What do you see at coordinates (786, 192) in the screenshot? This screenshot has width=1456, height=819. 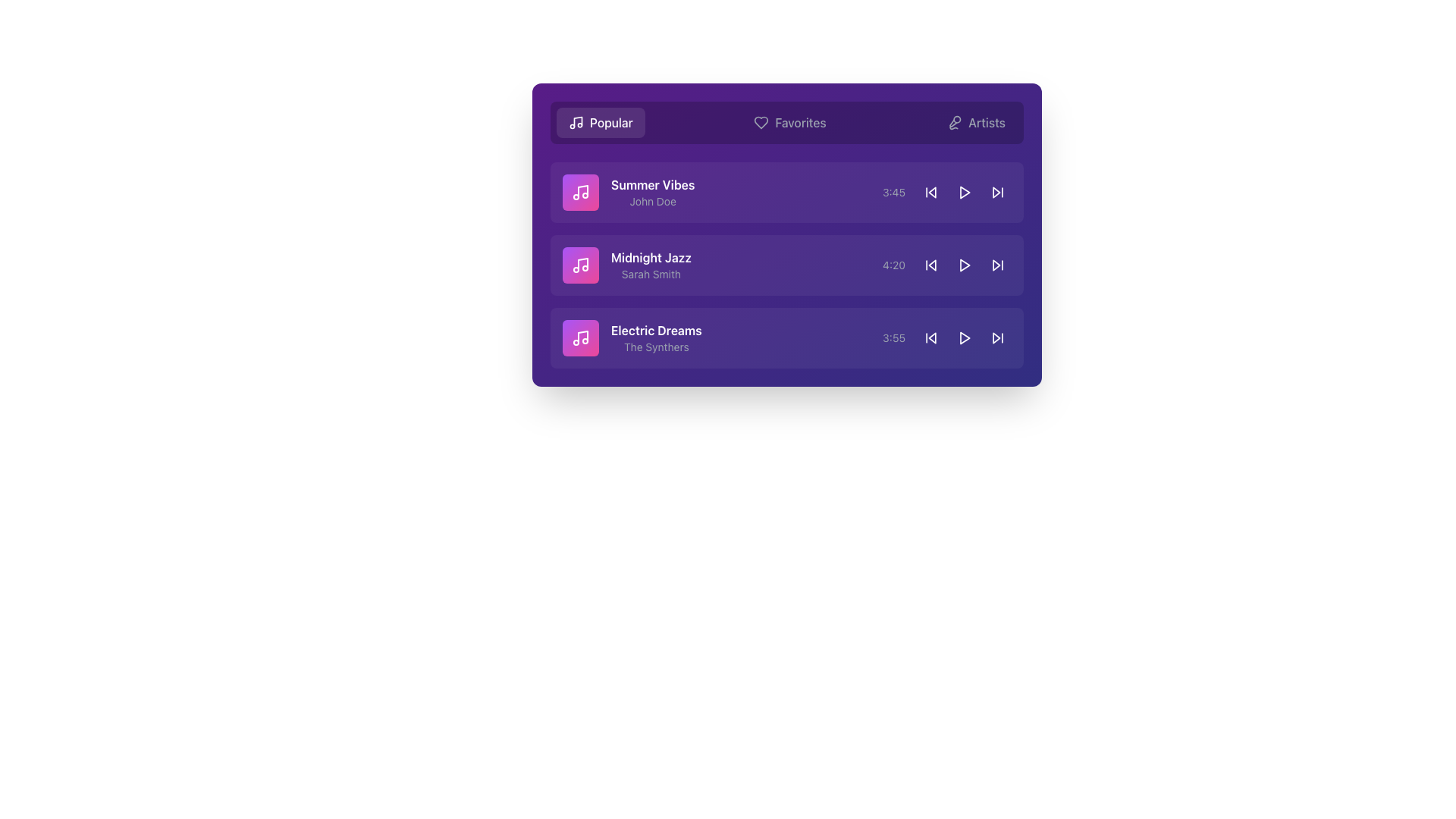 I see `the first music track card` at bounding box center [786, 192].